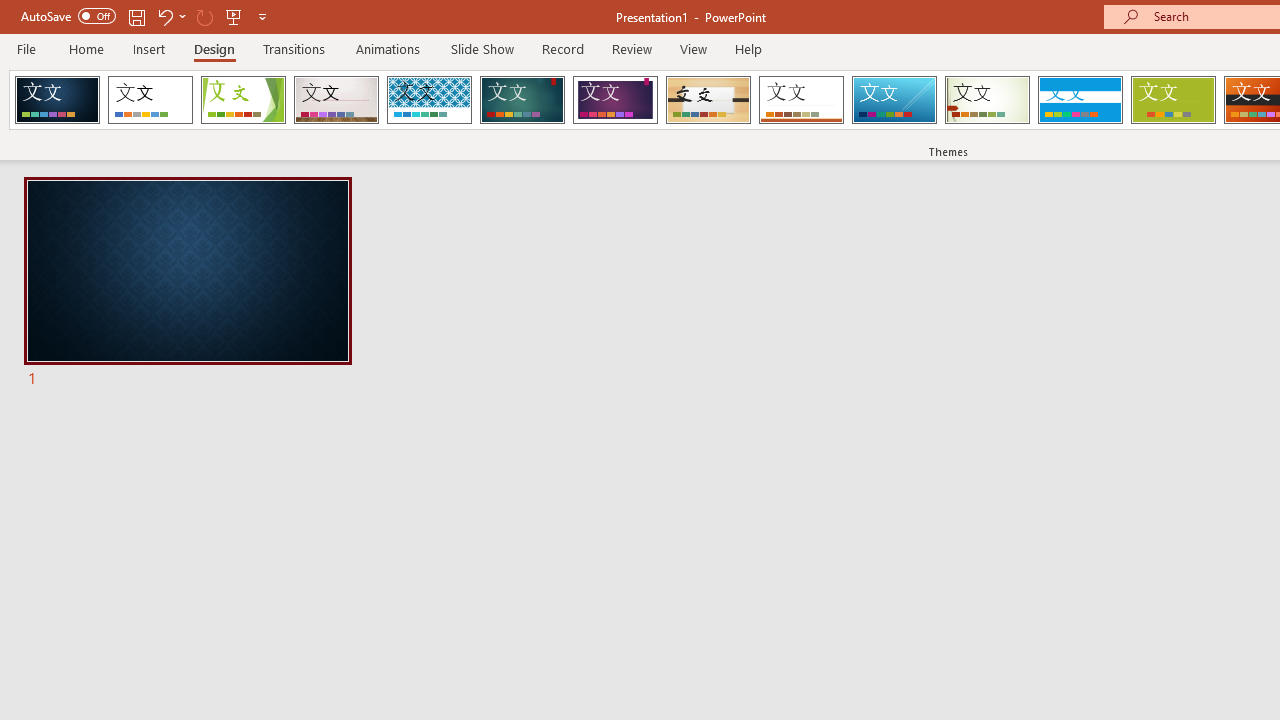  What do you see at coordinates (987, 100) in the screenshot?
I see `'Wisp Loading Preview...'` at bounding box center [987, 100].